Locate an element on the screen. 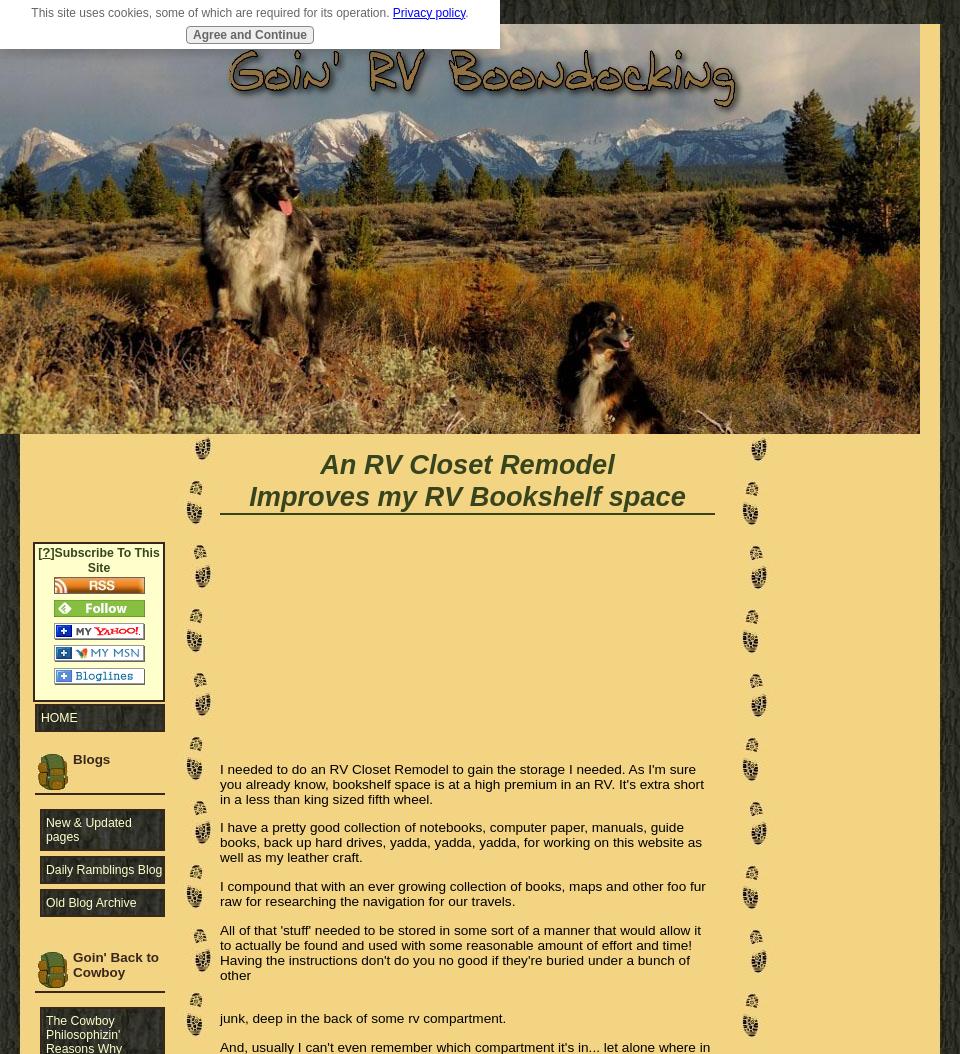 The width and height of the screenshot is (960, 1054). 'Goin' Back to Cowboy' is located at coordinates (115, 963).